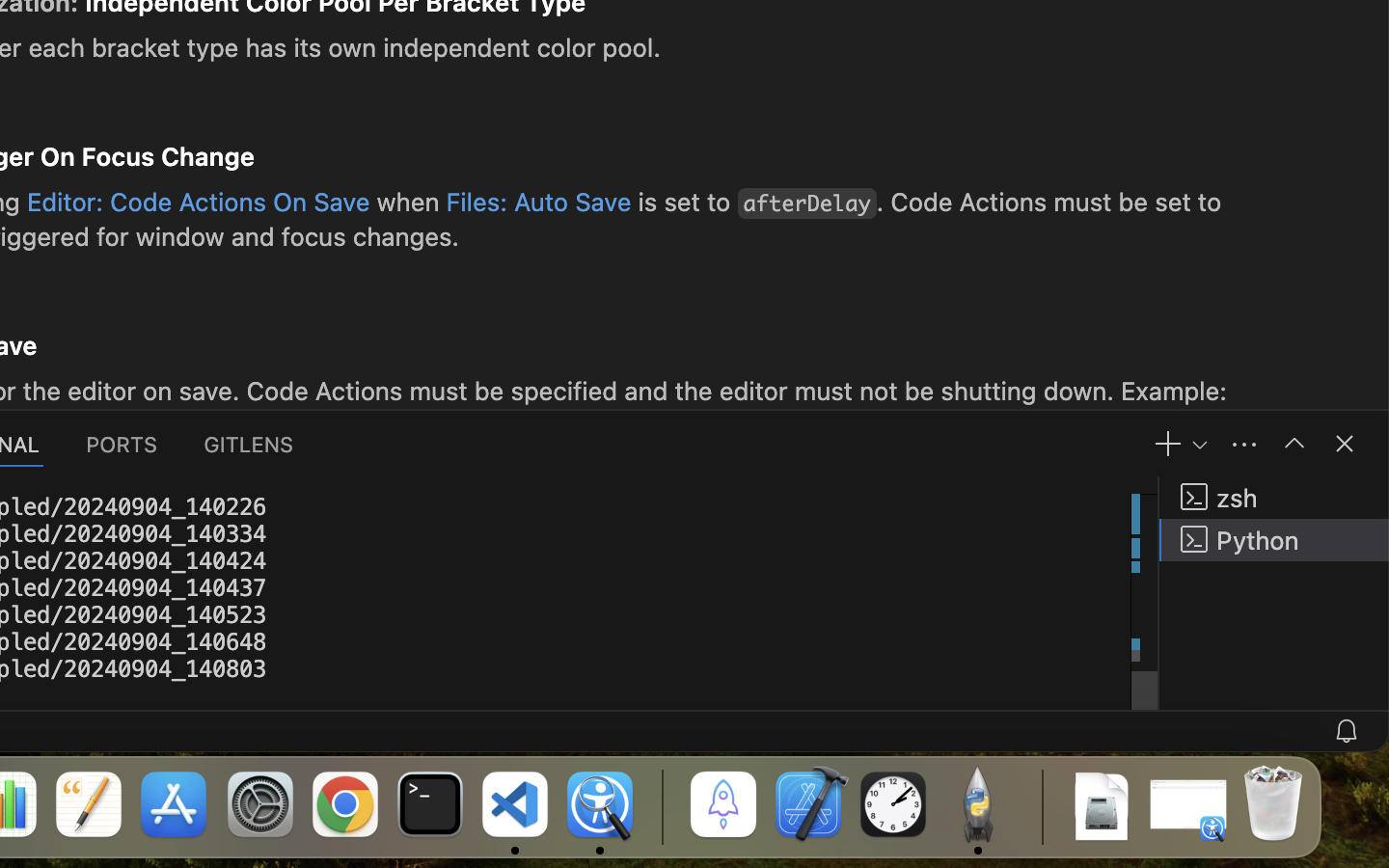 This screenshot has height=868, width=1389. I want to click on '0 GITLENS', so click(249, 442).